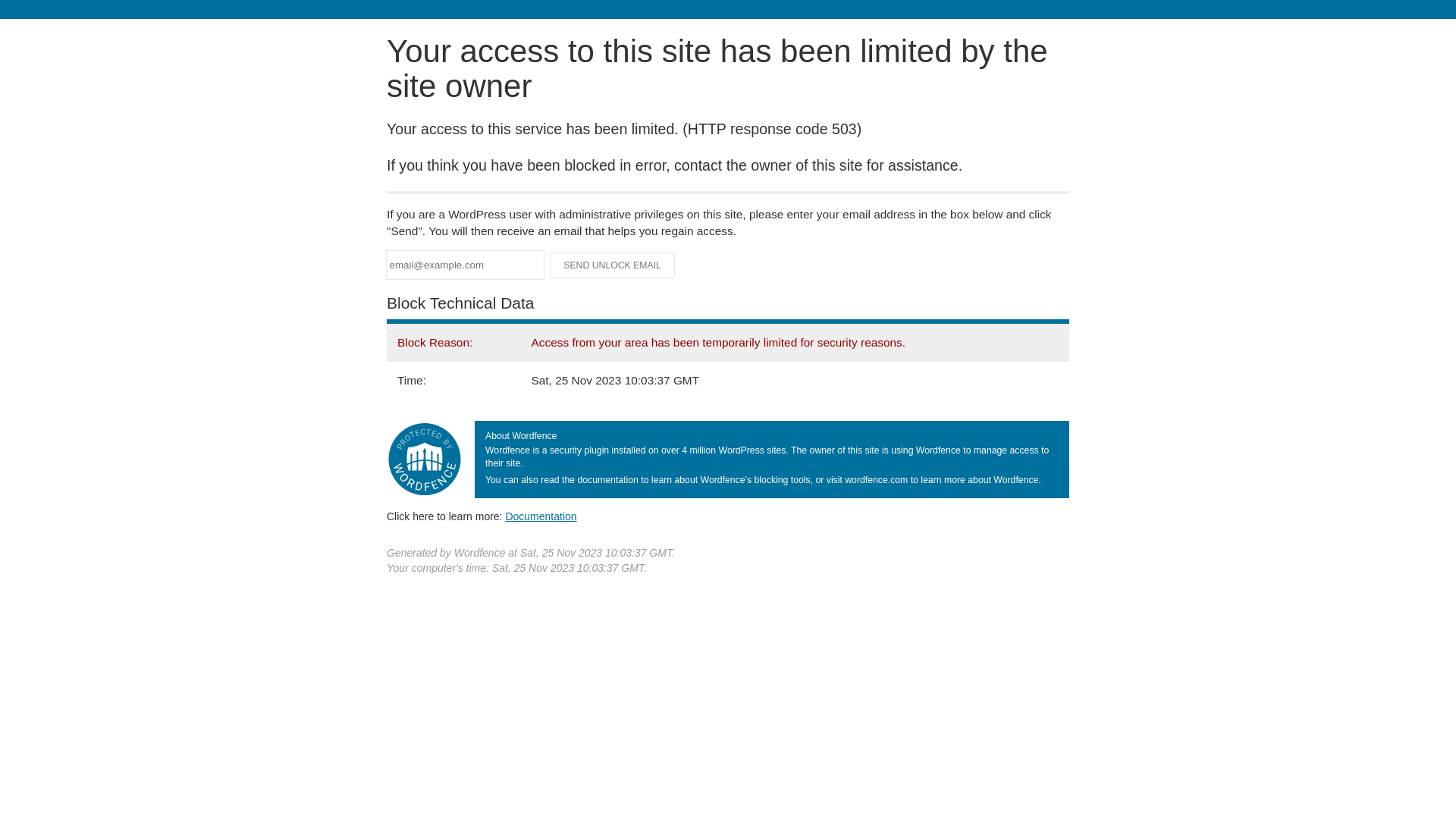  What do you see at coordinates (541, 516) in the screenshot?
I see `'Documentation'` at bounding box center [541, 516].